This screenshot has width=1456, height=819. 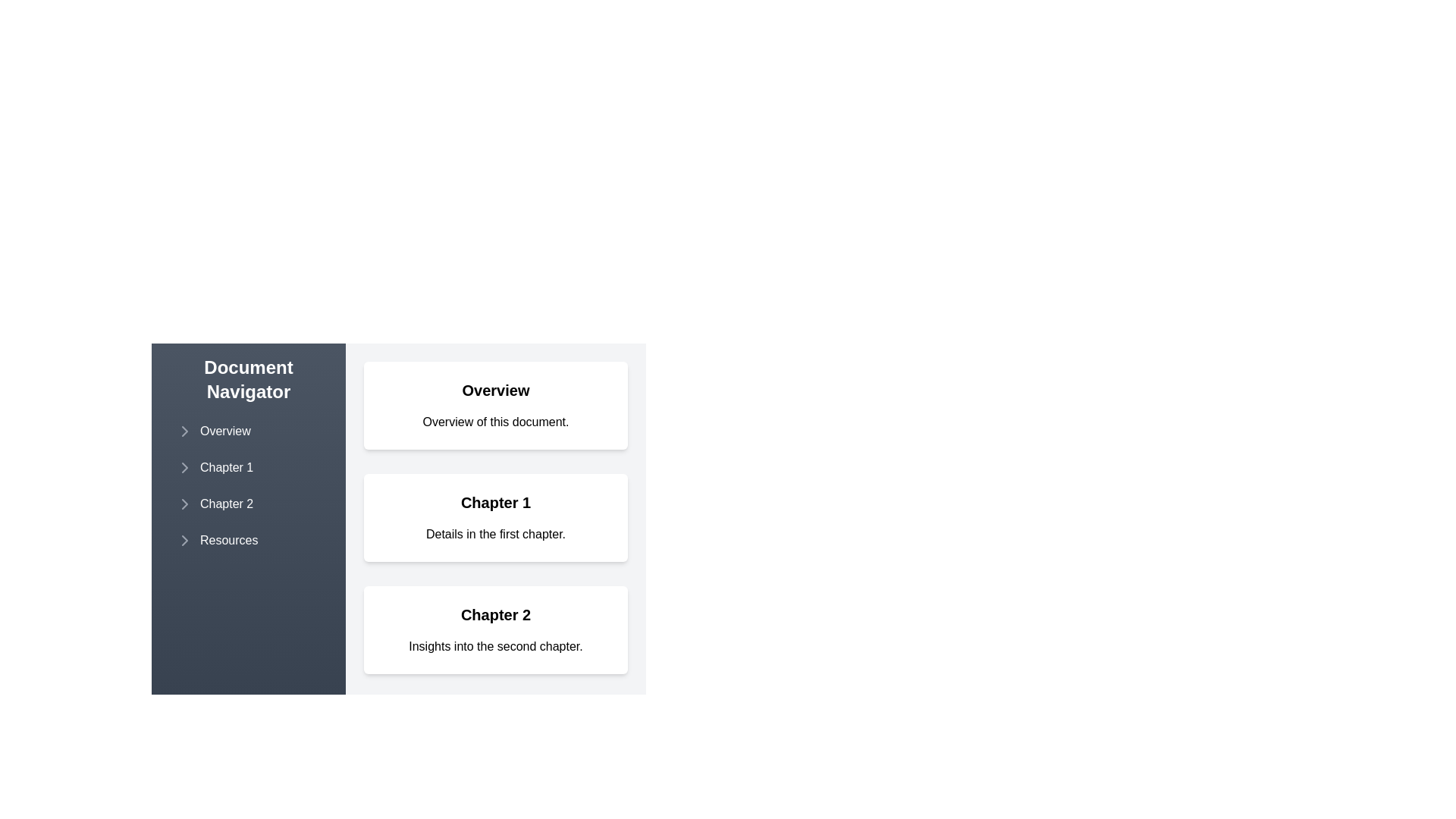 What do you see at coordinates (184, 504) in the screenshot?
I see `the chevron right arrow icon located next to the text 'Chapter 2' in the sidebar menu` at bounding box center [184, 504].